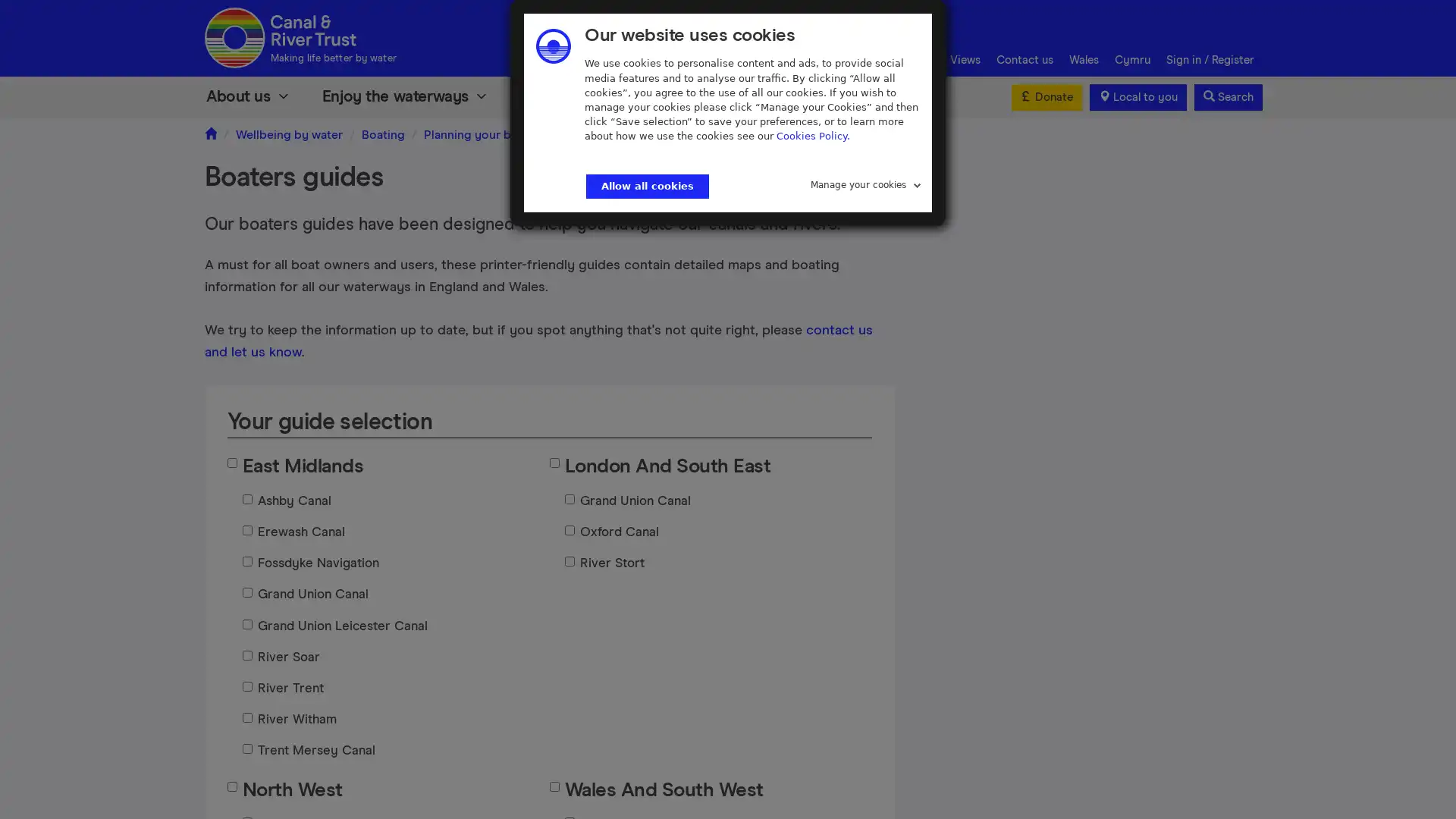 Image resolution: width=1456 pixels, height=819 pixels. What do you see at coordinates (251, 96) in the screenshot?
I see `About us` at bounding box center [251, 96].